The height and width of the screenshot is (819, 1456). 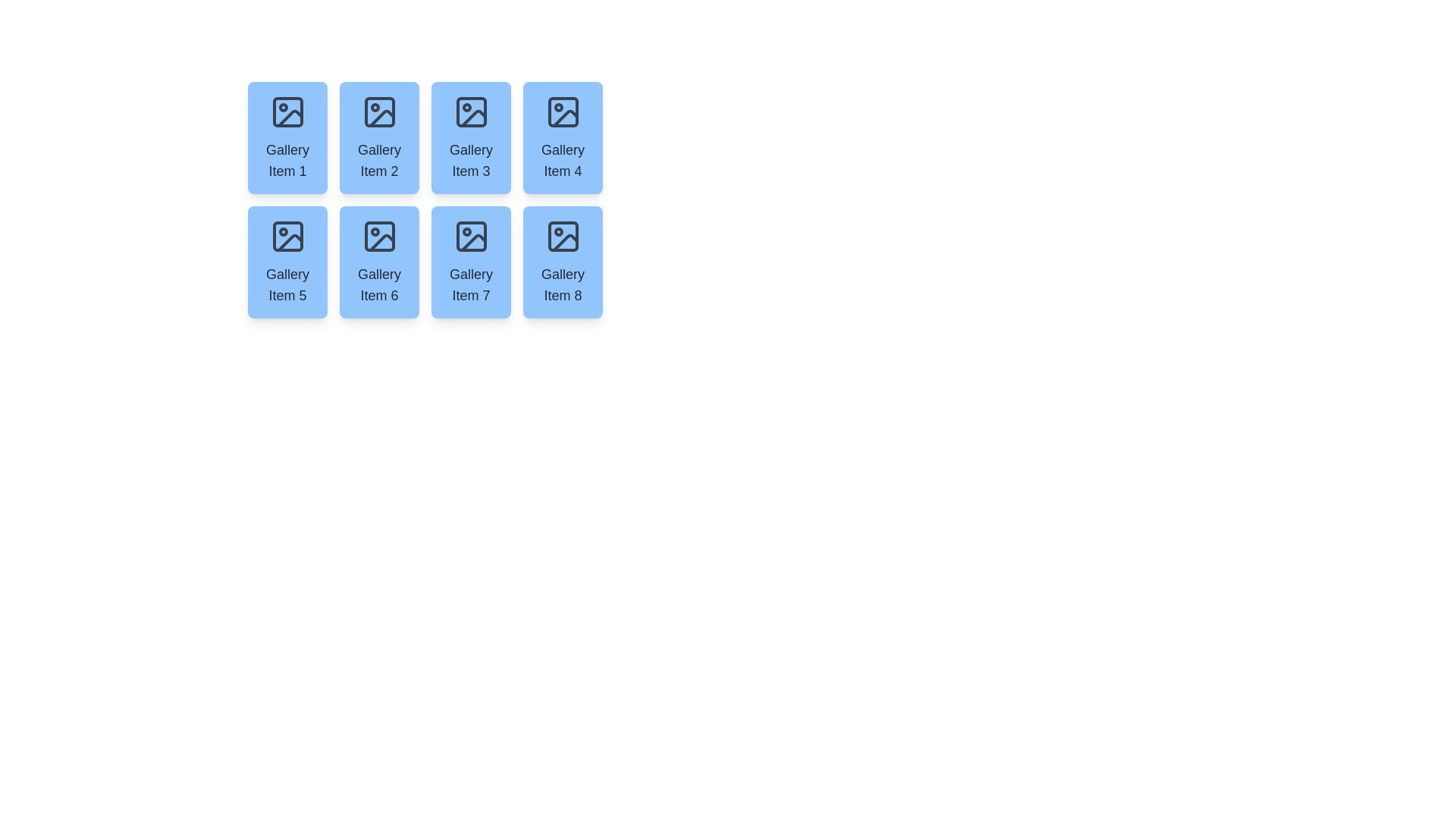 I want to click on the eighth gallery card with a light blue background and the text 'Gallery Item 8' in gray font, so click(x=562, y=262).